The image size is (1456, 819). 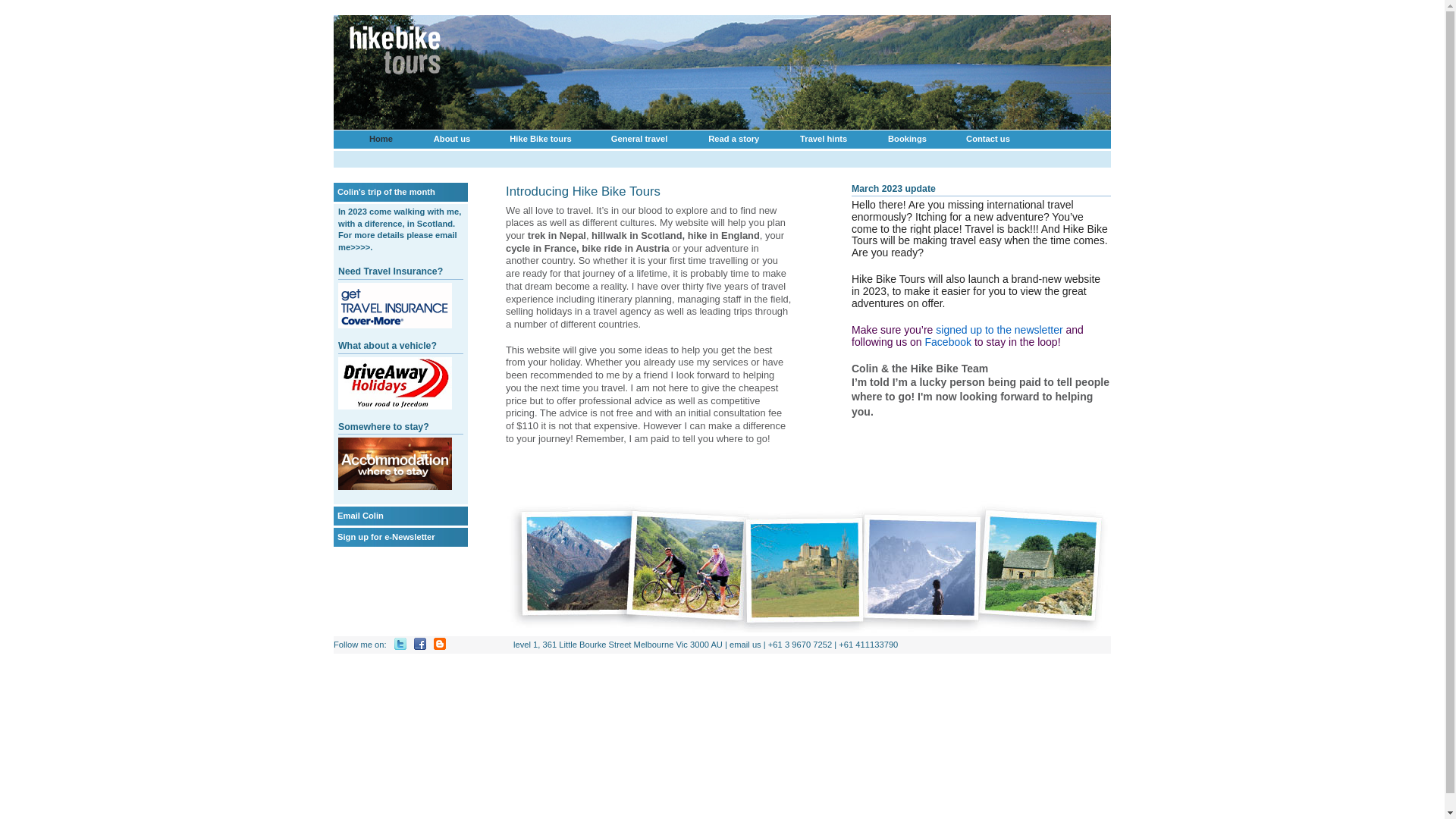 I want to click on 'Facebook', so click(x=947, y=342).